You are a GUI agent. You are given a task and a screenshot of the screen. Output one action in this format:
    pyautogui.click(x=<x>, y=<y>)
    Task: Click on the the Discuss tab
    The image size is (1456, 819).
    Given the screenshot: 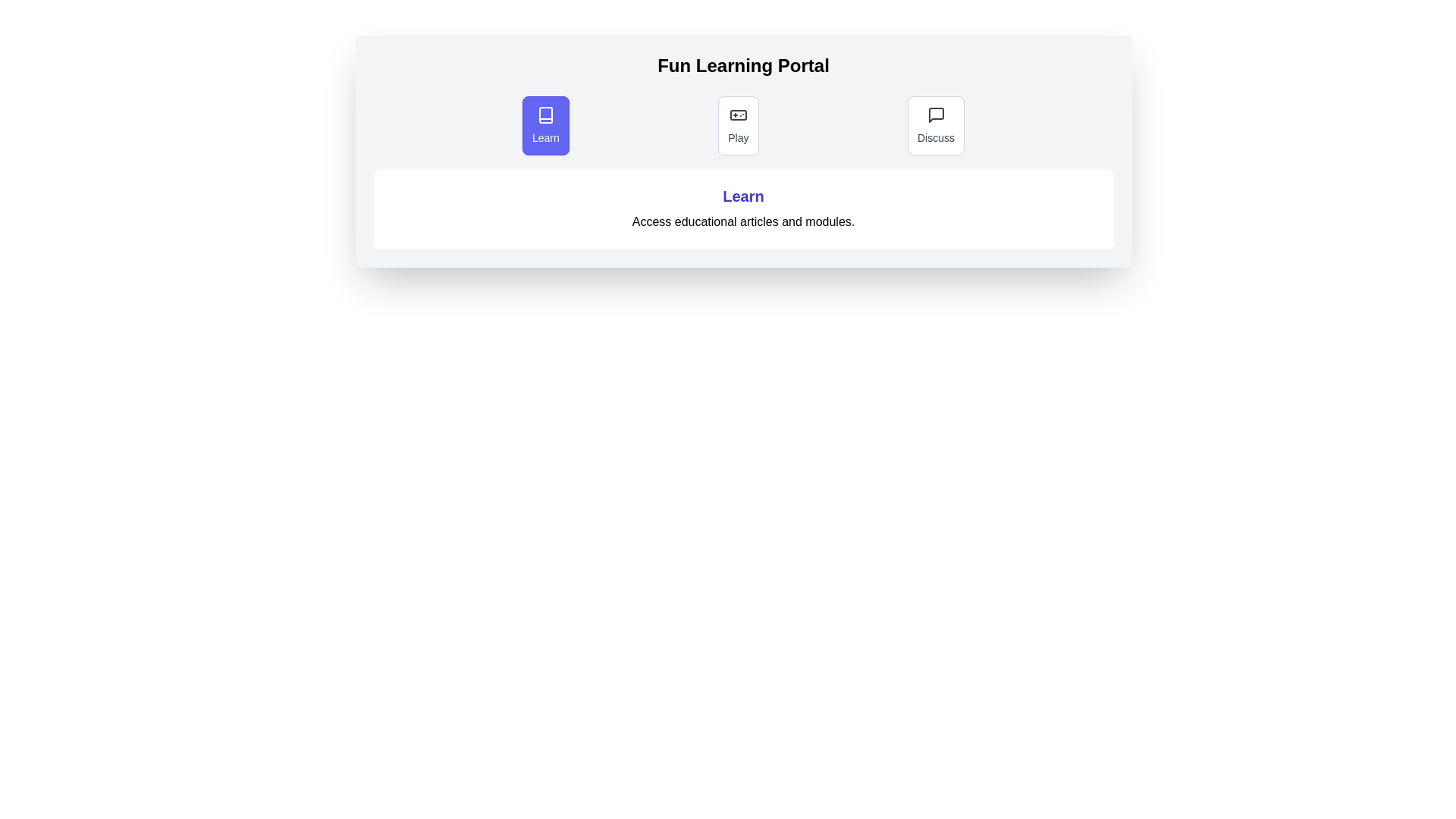 What is the action you would take?
    pyautogui.click(x=935, y=124)
    